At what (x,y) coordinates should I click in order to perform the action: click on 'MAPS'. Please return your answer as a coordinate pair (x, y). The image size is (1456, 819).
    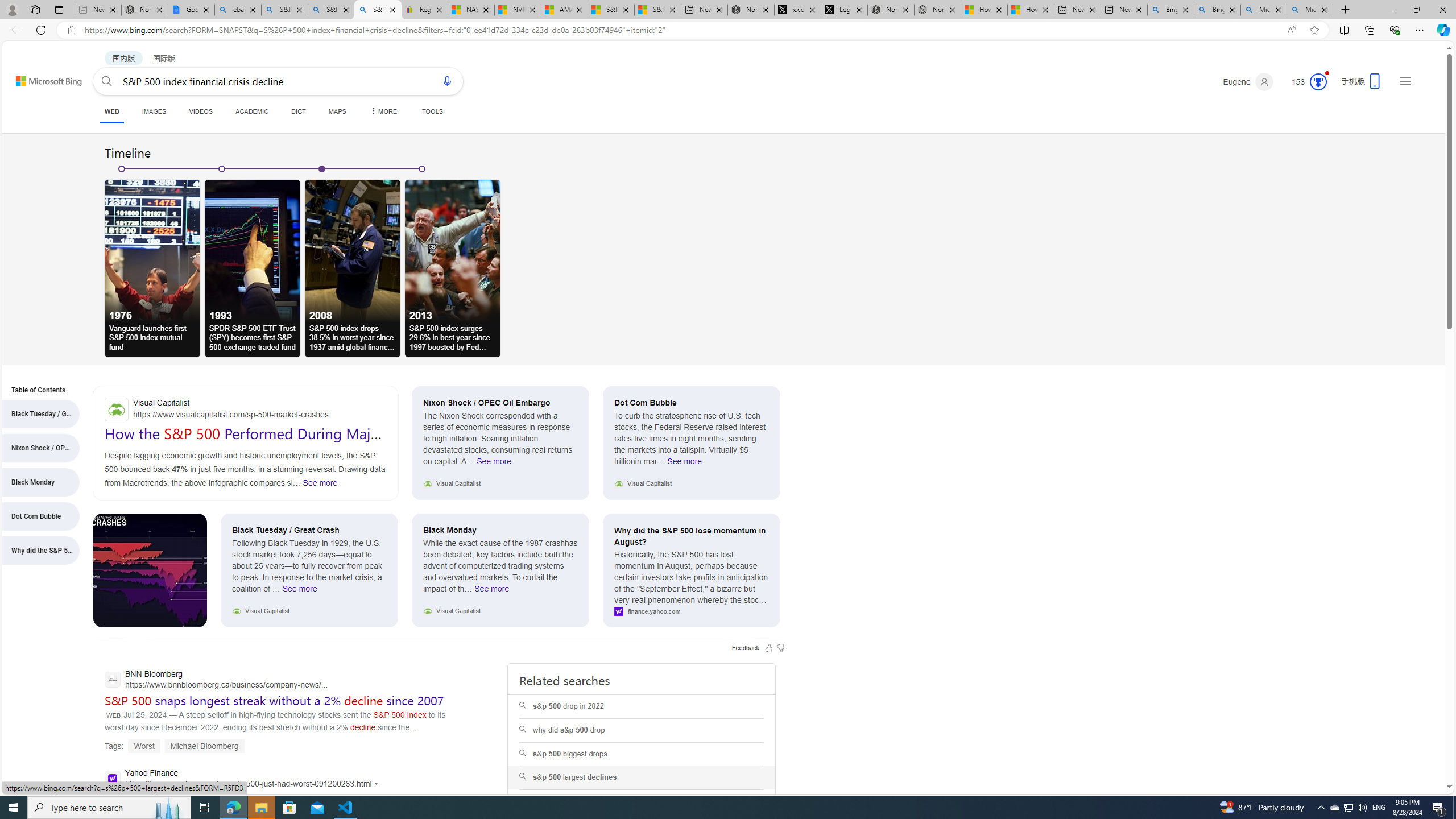
    Looking at the image, I should click on (336, 111).